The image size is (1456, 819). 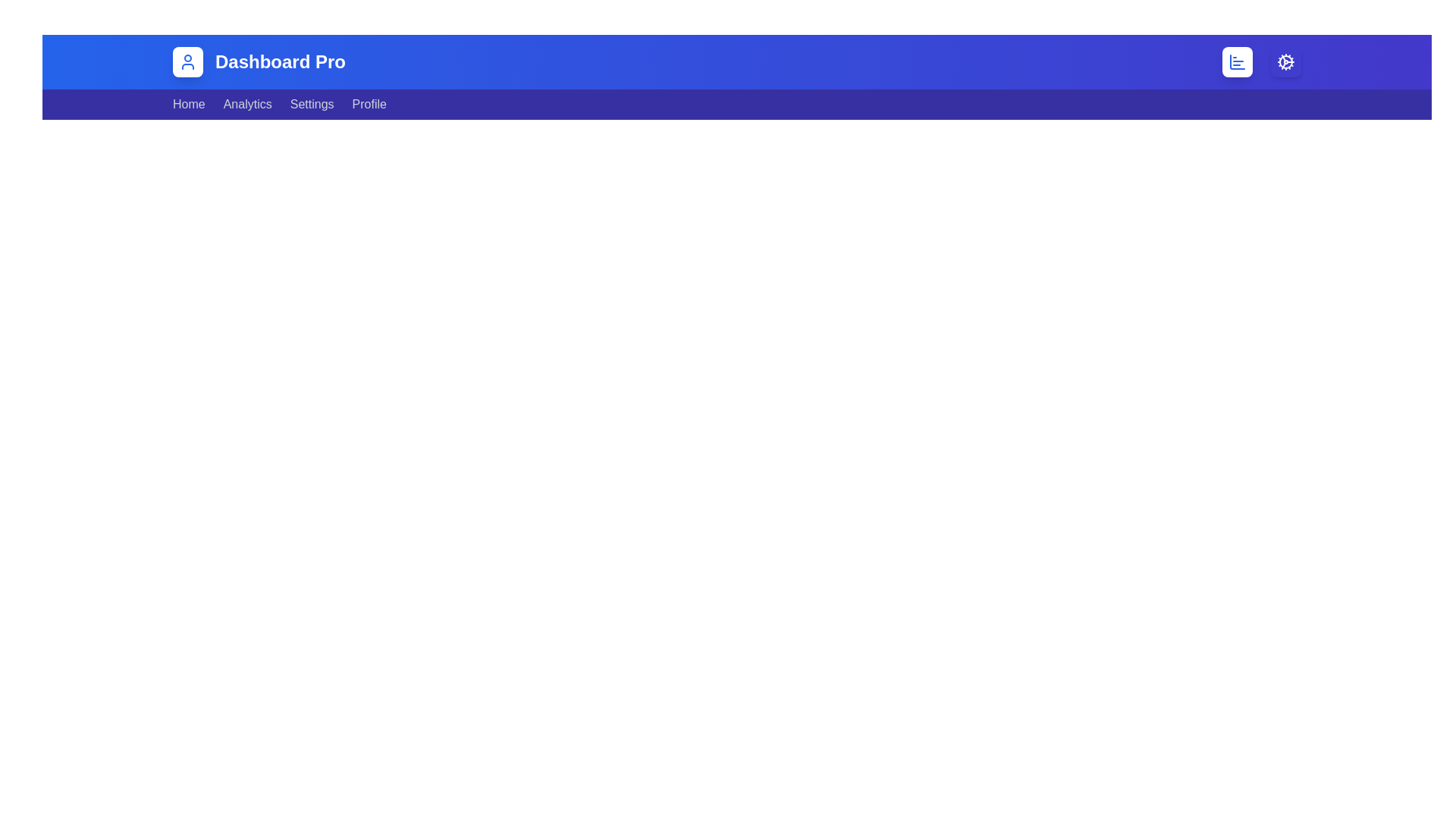 I want to click on the Settings navigation bar item, so click(x=312, y=104).